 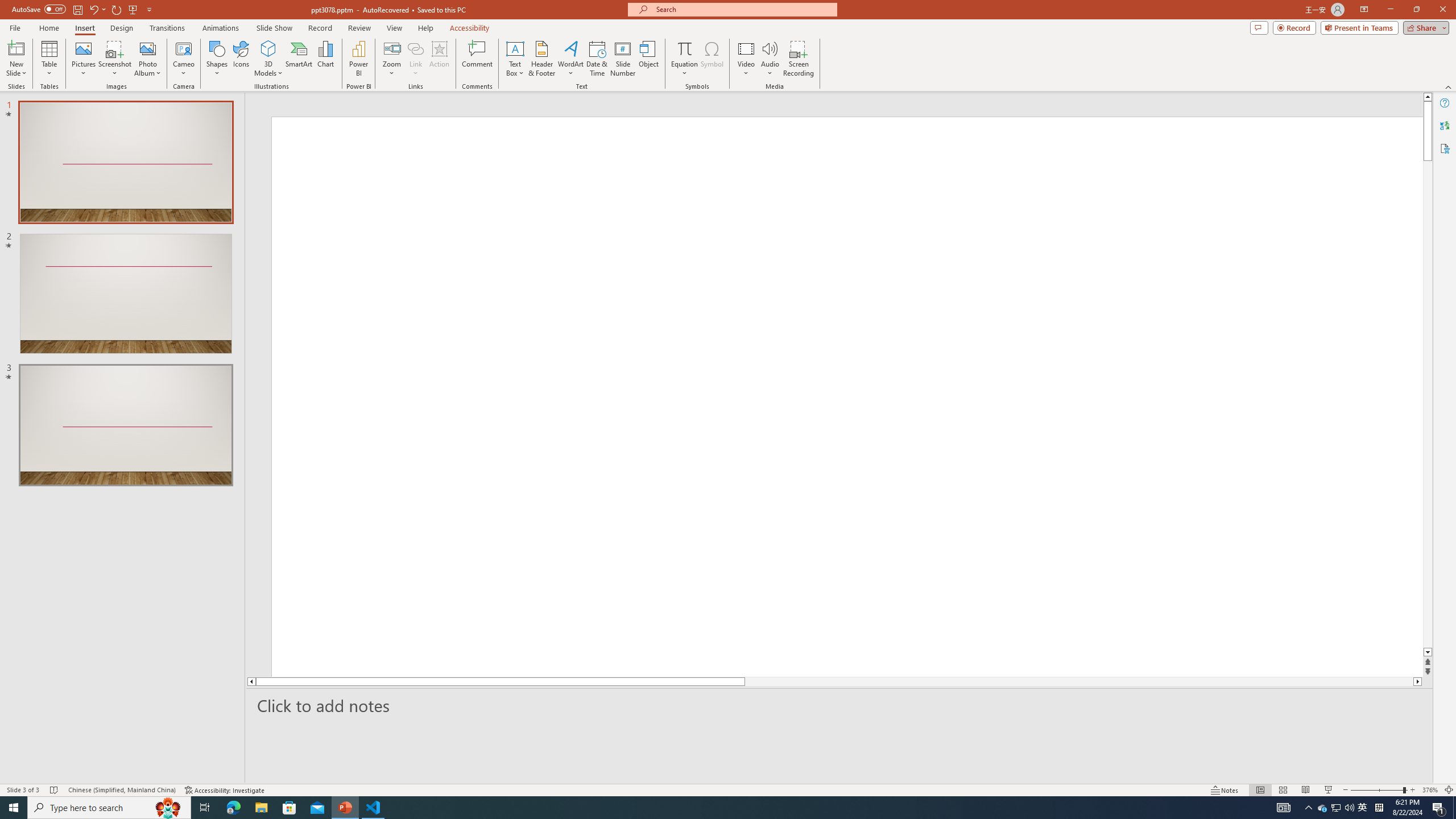 What do you see at coordinates (622, 59) in the screenshot?
I see `'Slide Number'` at bounding box center [622, 59].